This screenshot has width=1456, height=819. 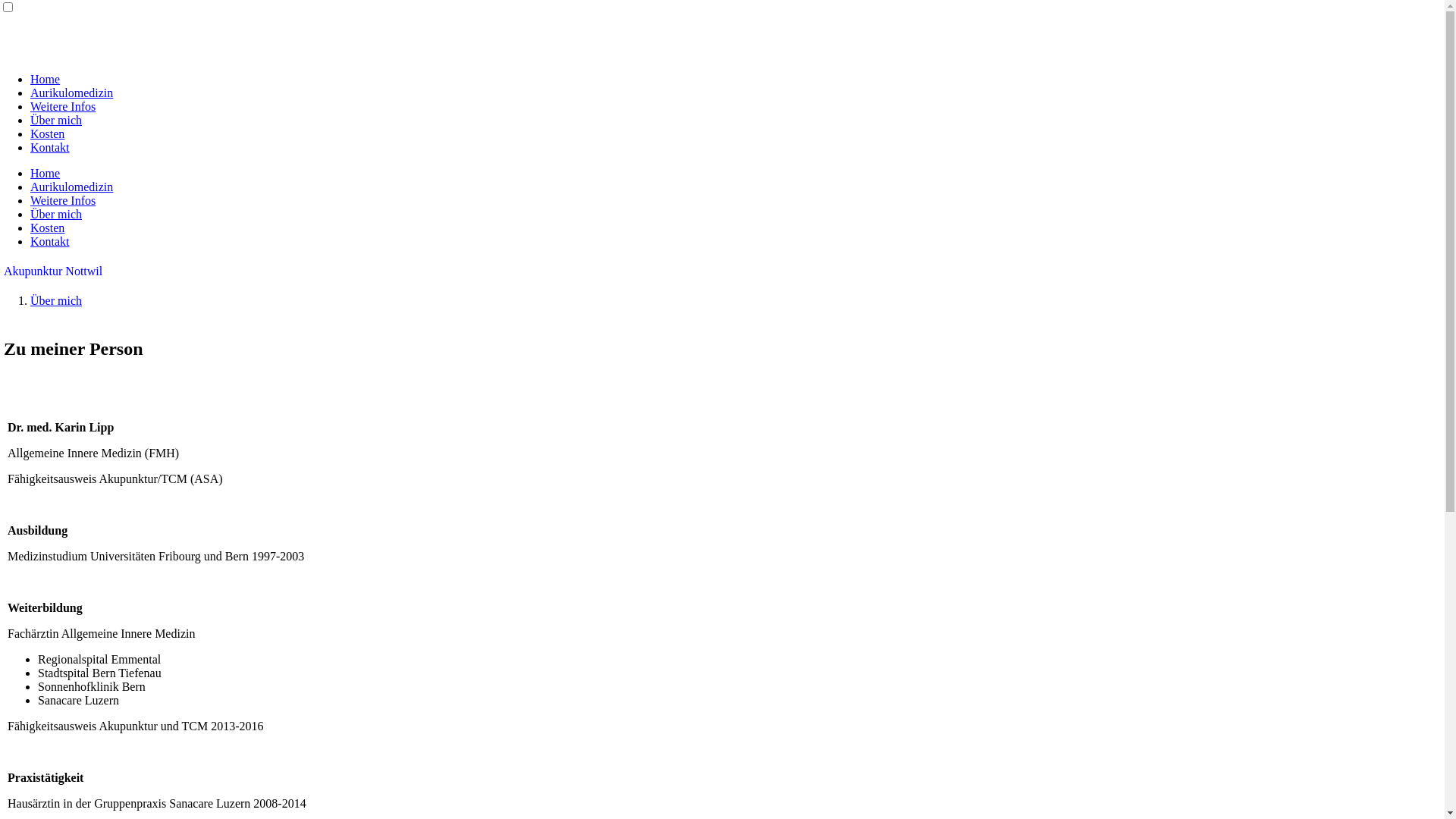 I want to click on 'Kontakt', so click(x=30, y=147).